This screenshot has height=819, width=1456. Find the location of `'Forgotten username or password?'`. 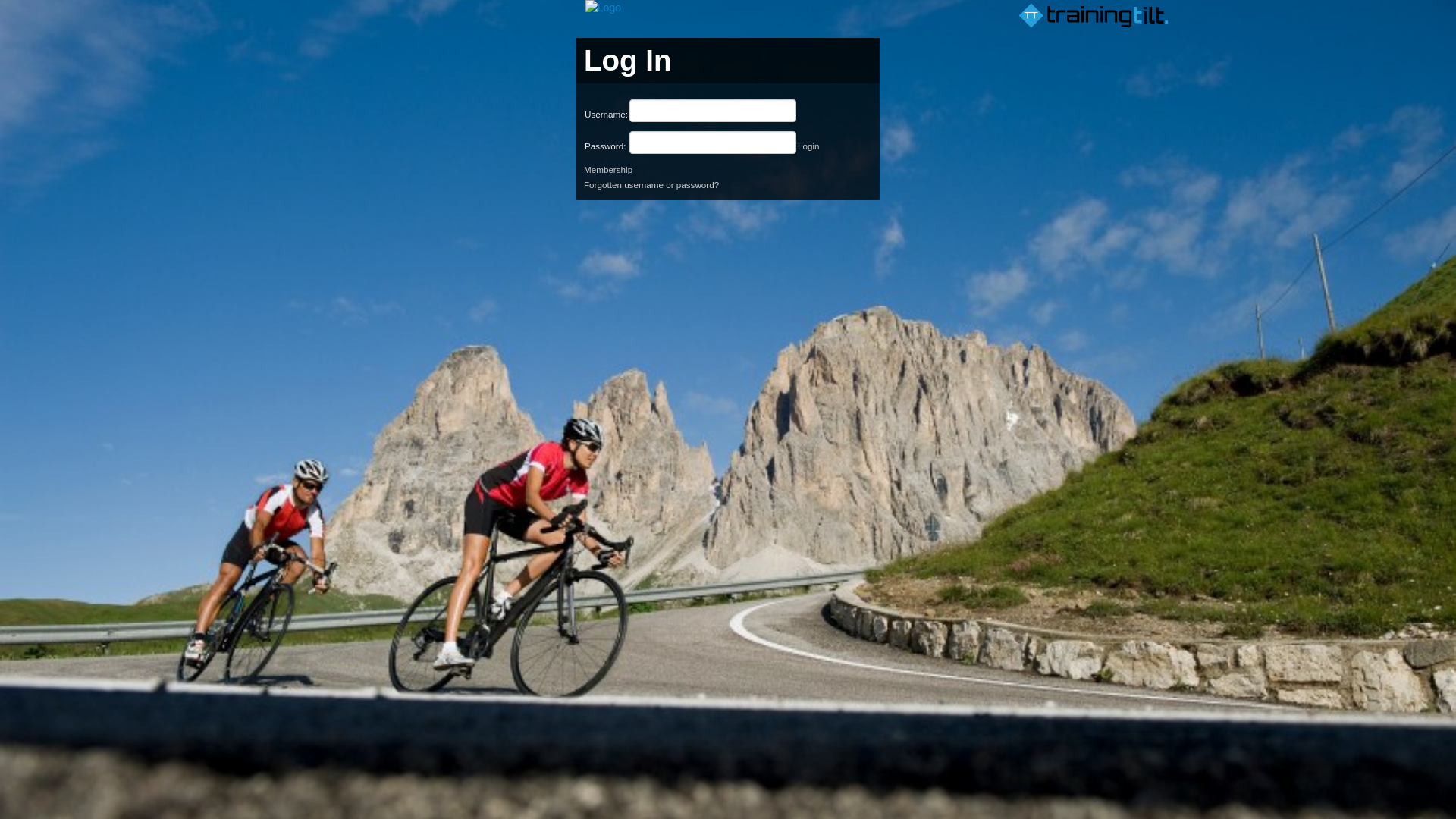

'Forgotten username or password?' is located at coordinates (651, 184).